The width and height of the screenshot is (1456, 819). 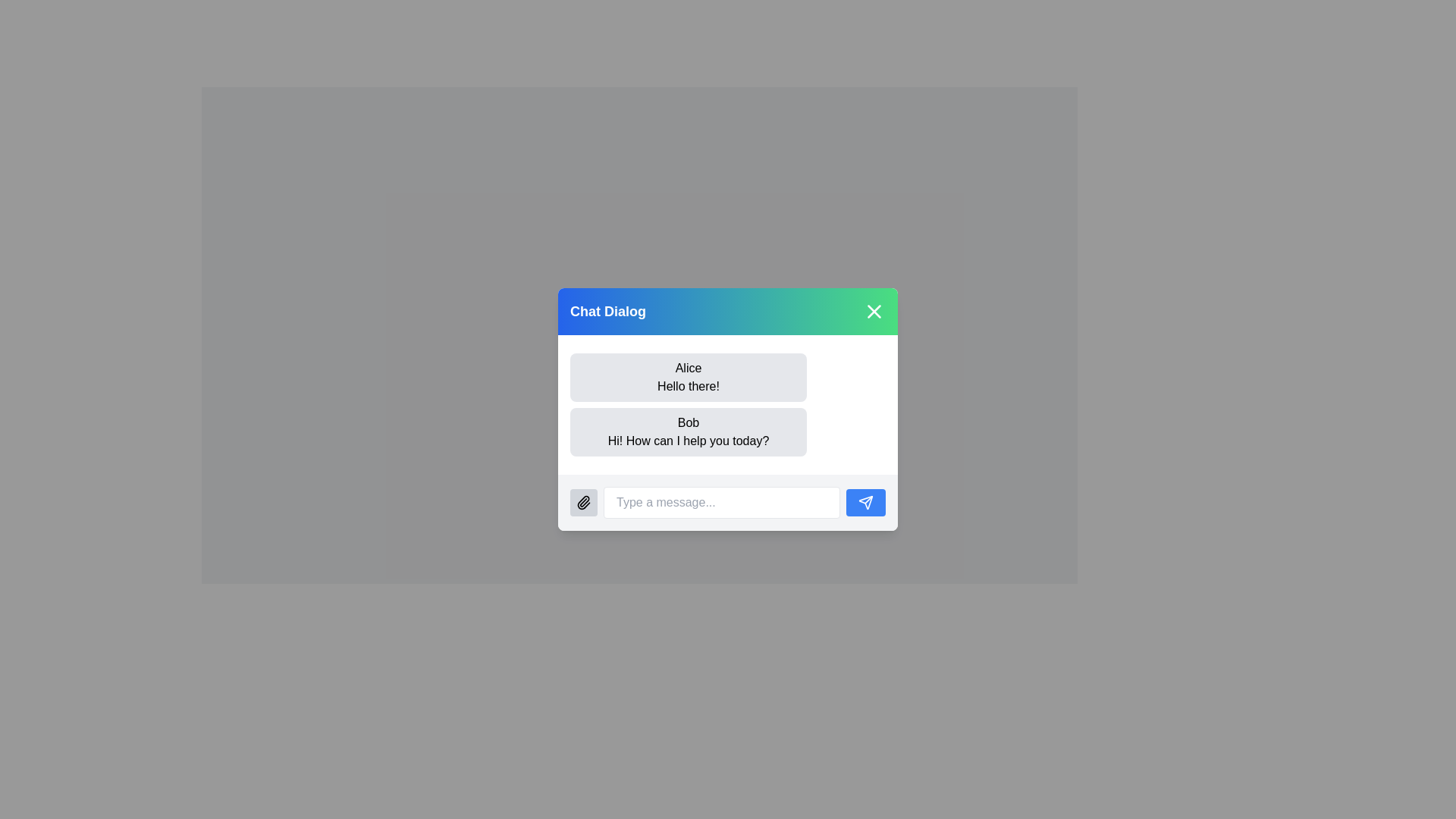 What do you see at coordinates (687, 423) in the screenshot?
I see `the Text label displaying the name of the sender in the chat dialog interface, located above the message text` at bounding box center [687, 423].